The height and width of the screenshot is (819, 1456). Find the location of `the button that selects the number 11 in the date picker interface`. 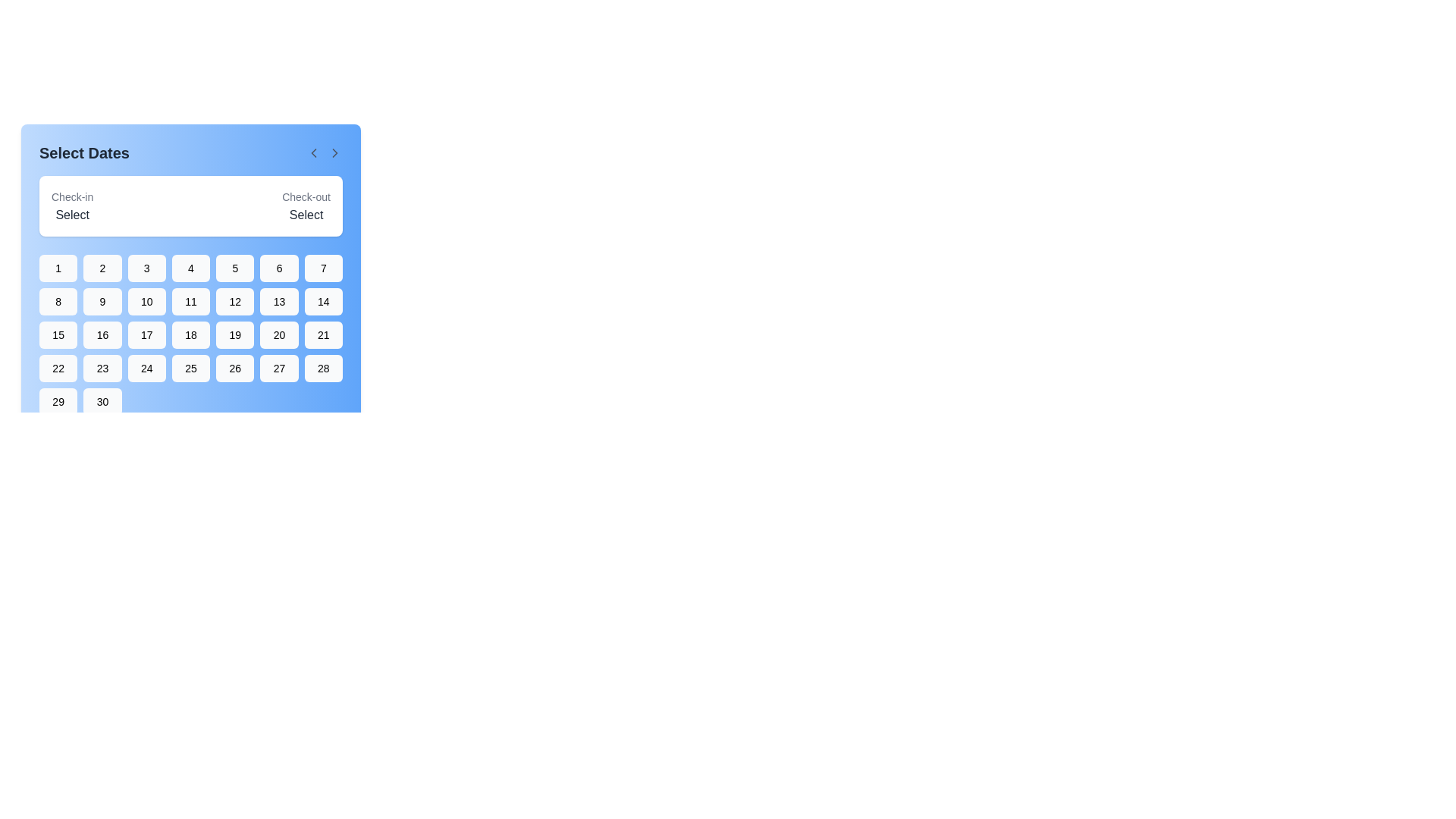

the button that selects the number 11 in the date picker interface is located at coordinates (190, 301).